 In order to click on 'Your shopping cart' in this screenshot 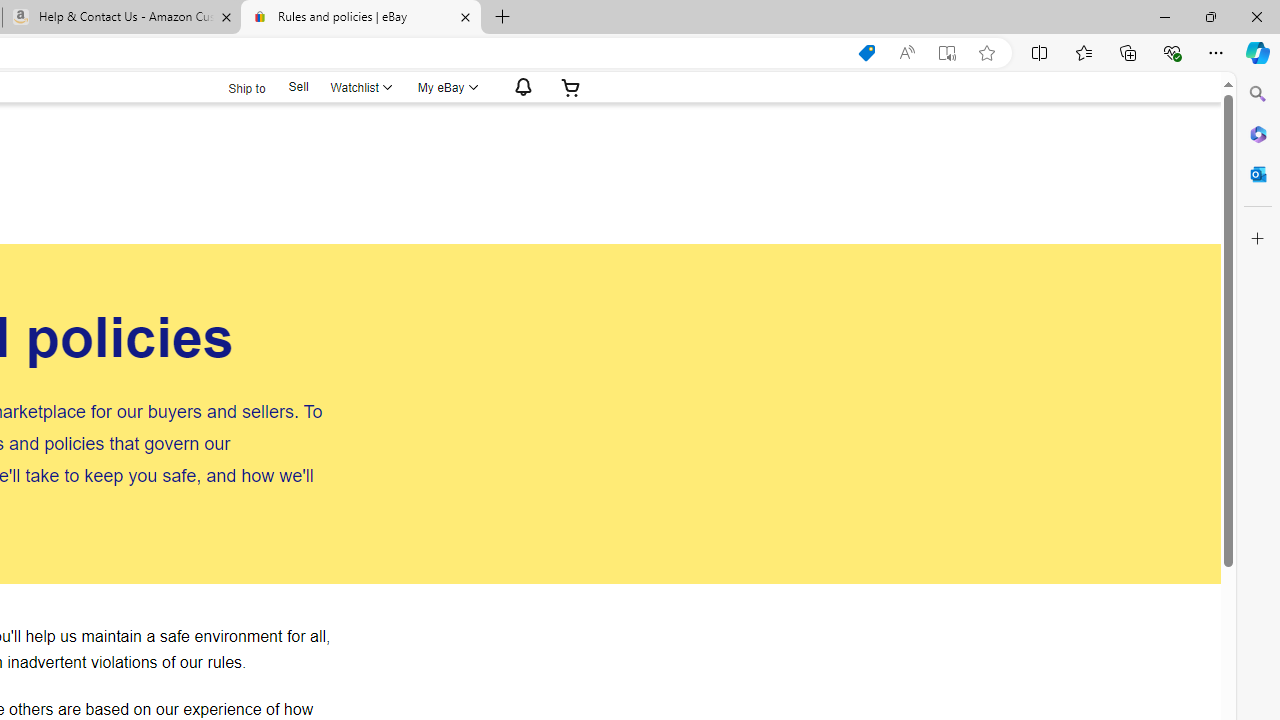, I will do `click(569, 86)`.